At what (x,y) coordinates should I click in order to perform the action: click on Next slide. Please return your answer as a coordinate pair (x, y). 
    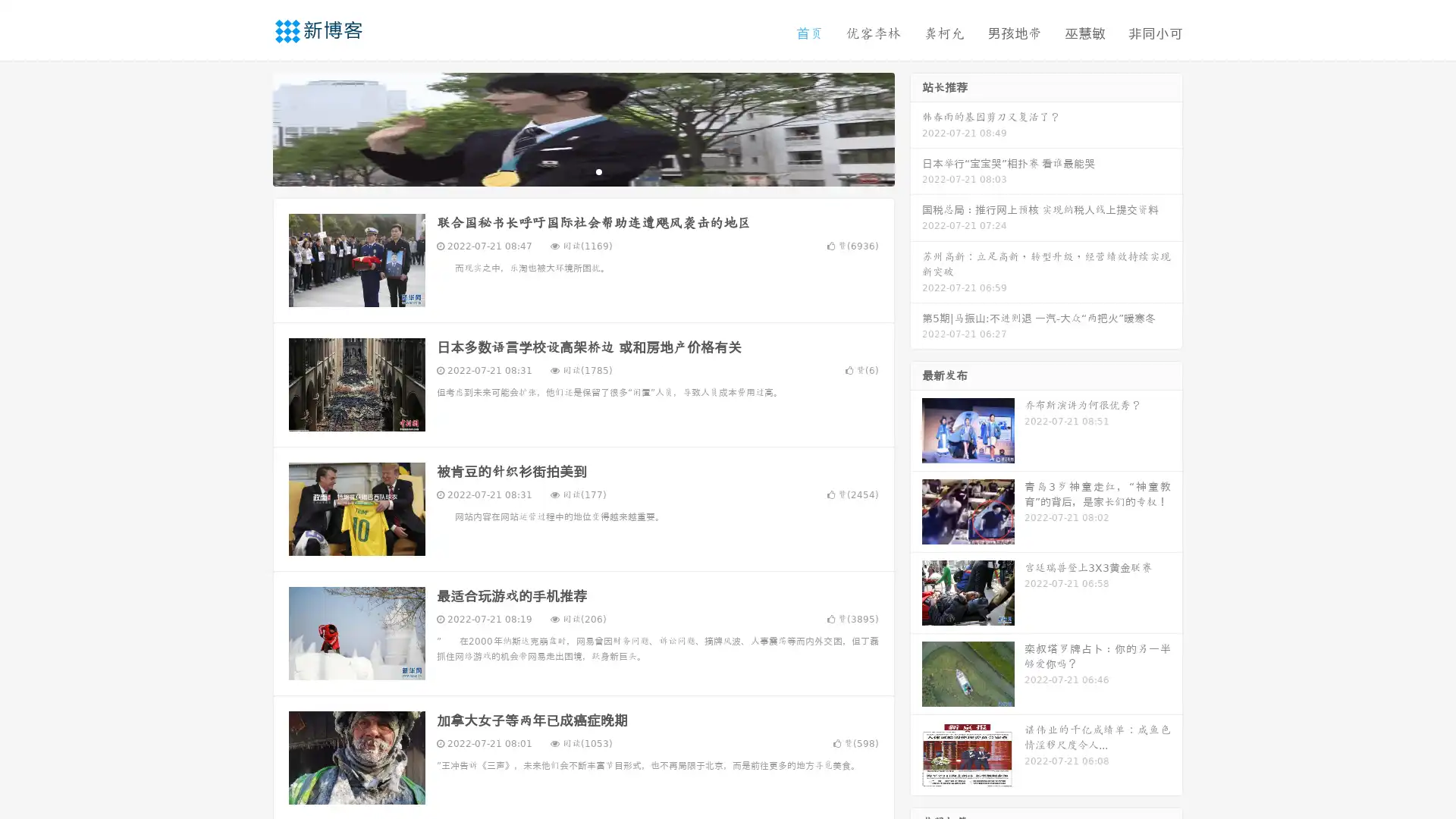
    Looking at the image, I should click on (916, 127).